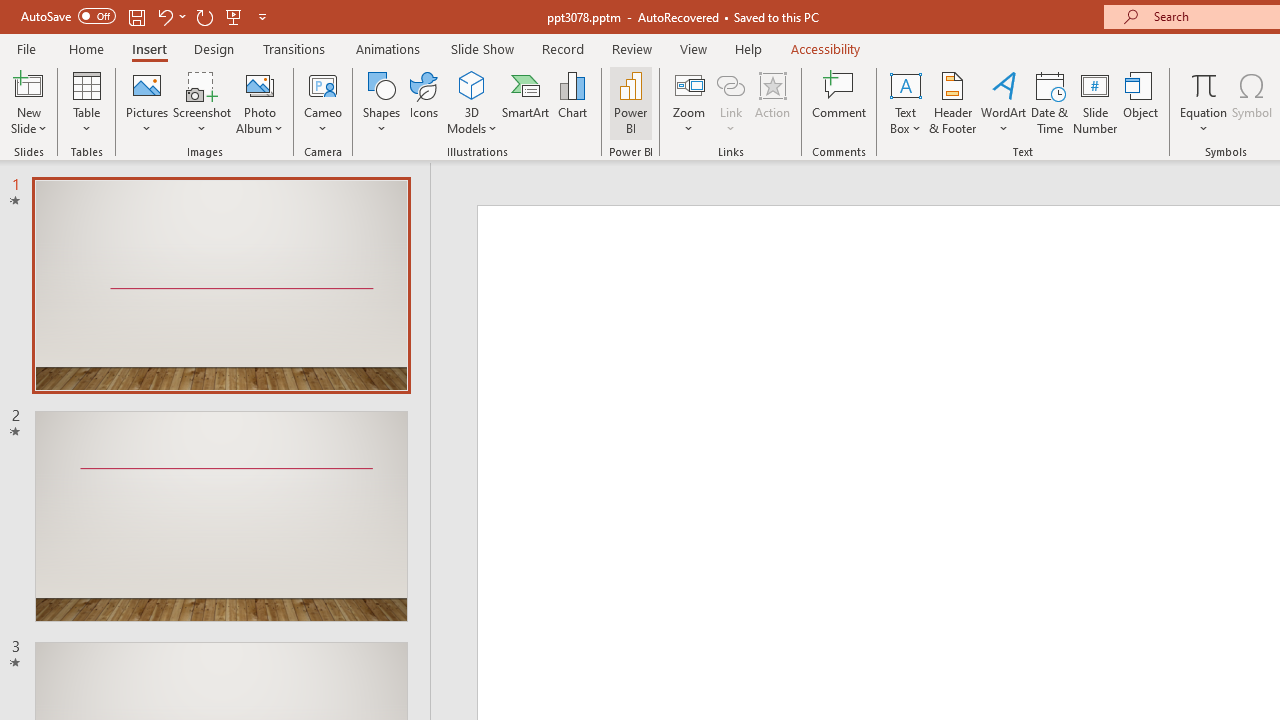 This screenshot has width=1280, height=720. Describe the element at coordinates (471, 84) in the screenshot. I see `'3D Models'` at that location.